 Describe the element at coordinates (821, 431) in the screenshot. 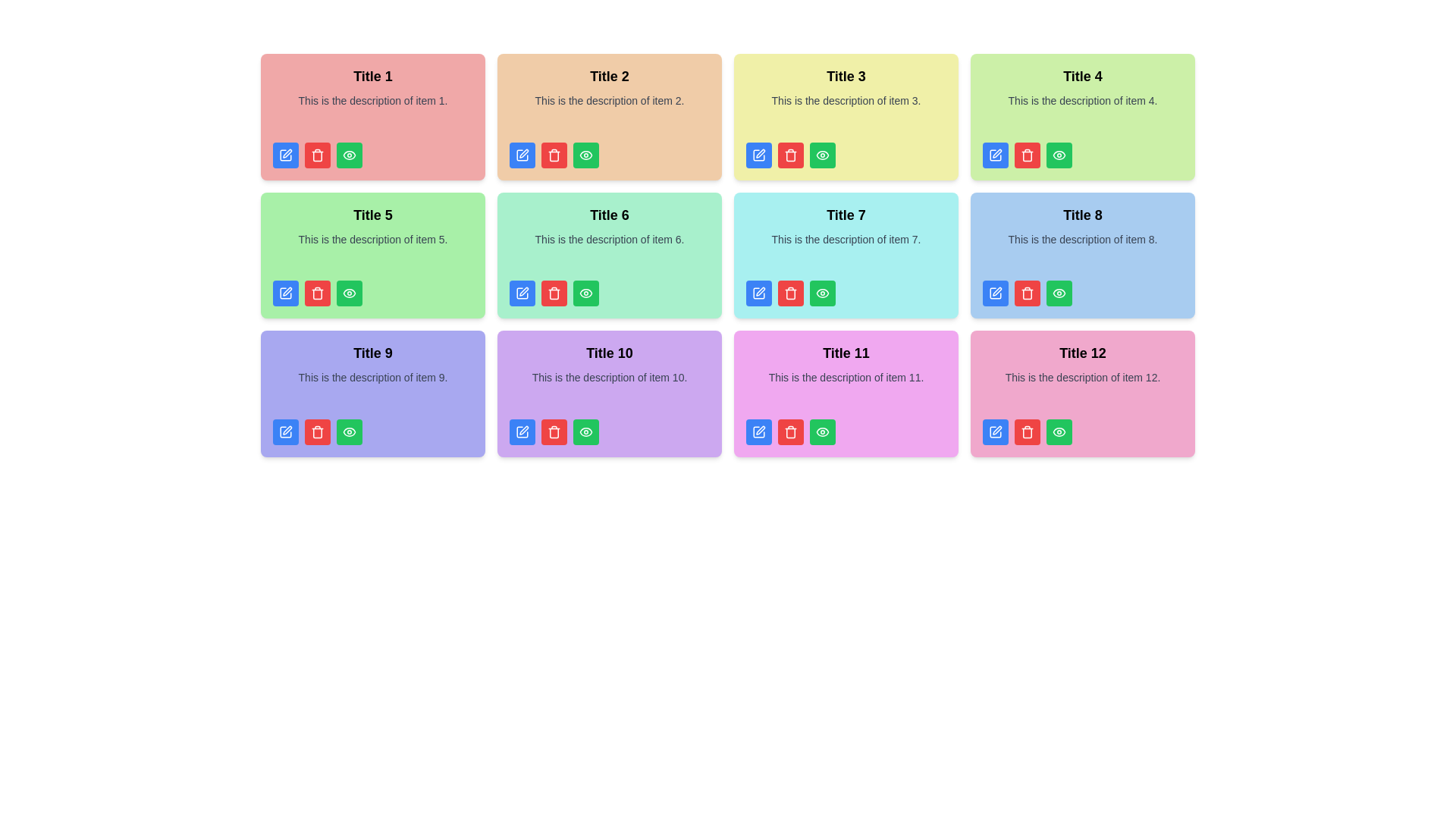

I see `the button with a green background and eye icon at the bottom of the card labeled 'Title 11'` at that location.